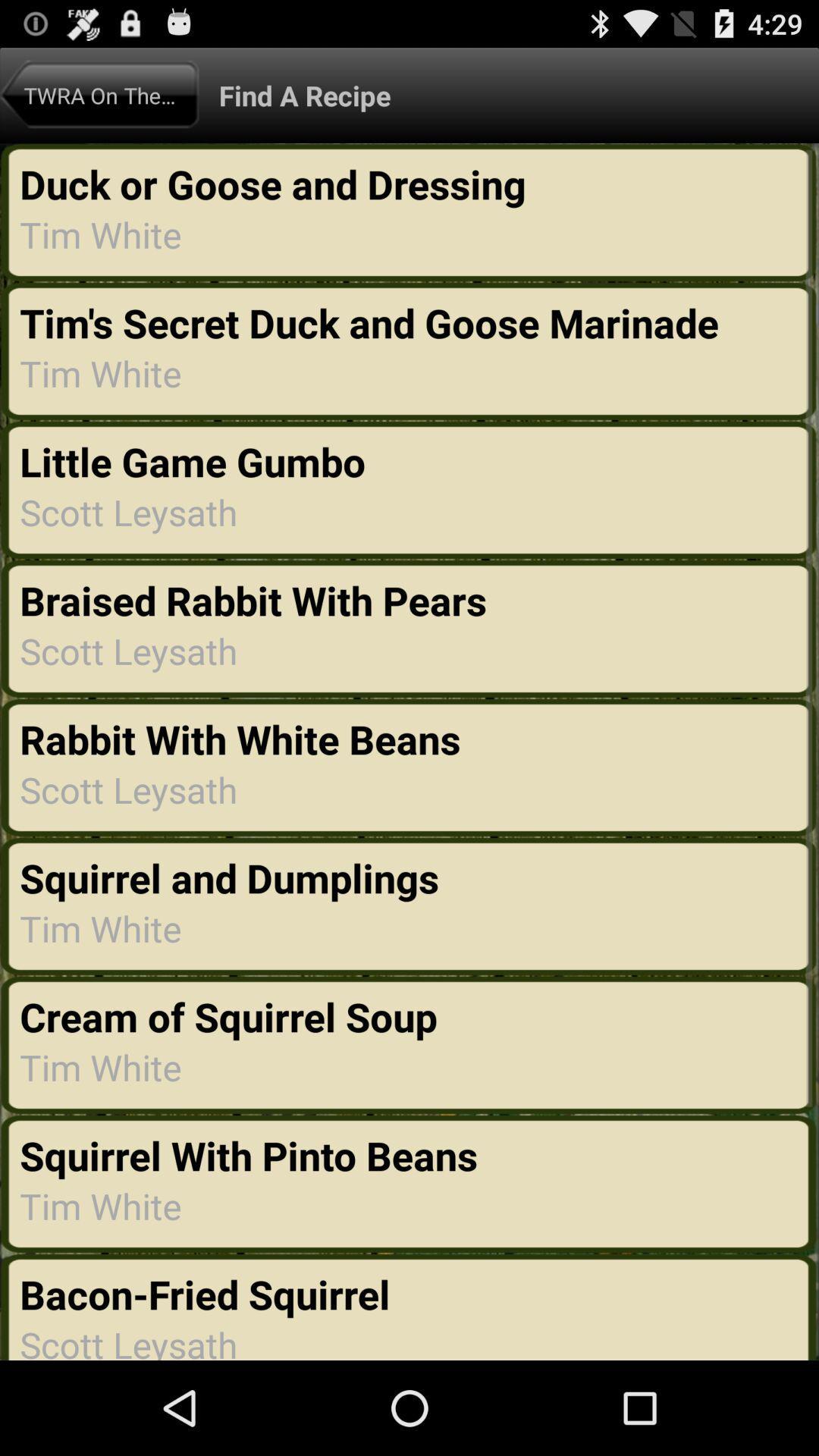 This screenshot has width=819, height=1456. What do you see at coordinates (99, 94) in the screenshot?
I see `the app to the left of the find a recipe` at bounding box center [99, 94].